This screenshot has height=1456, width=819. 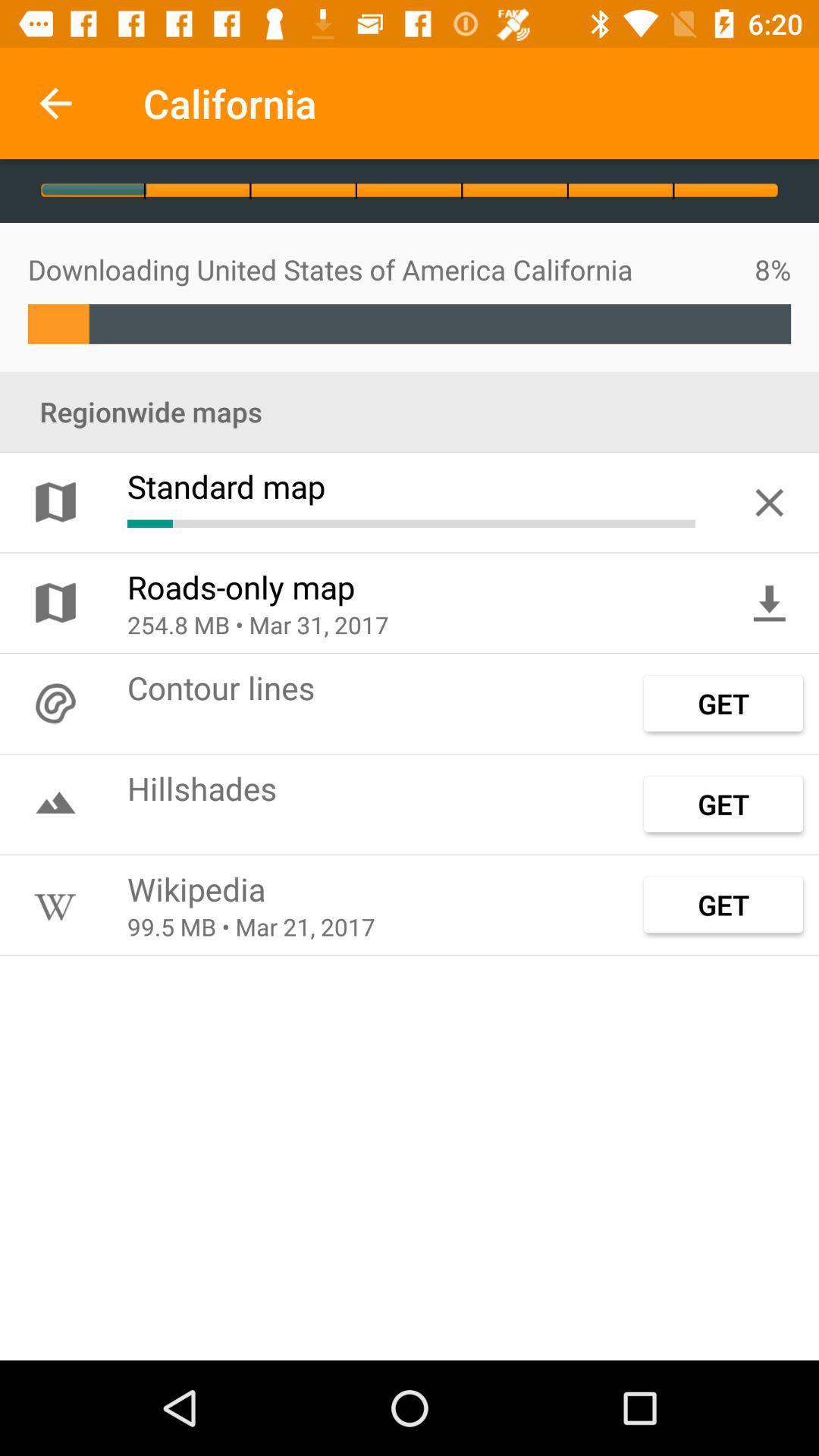 I want to click on the item above the get icon, so click(x=769, y=602).